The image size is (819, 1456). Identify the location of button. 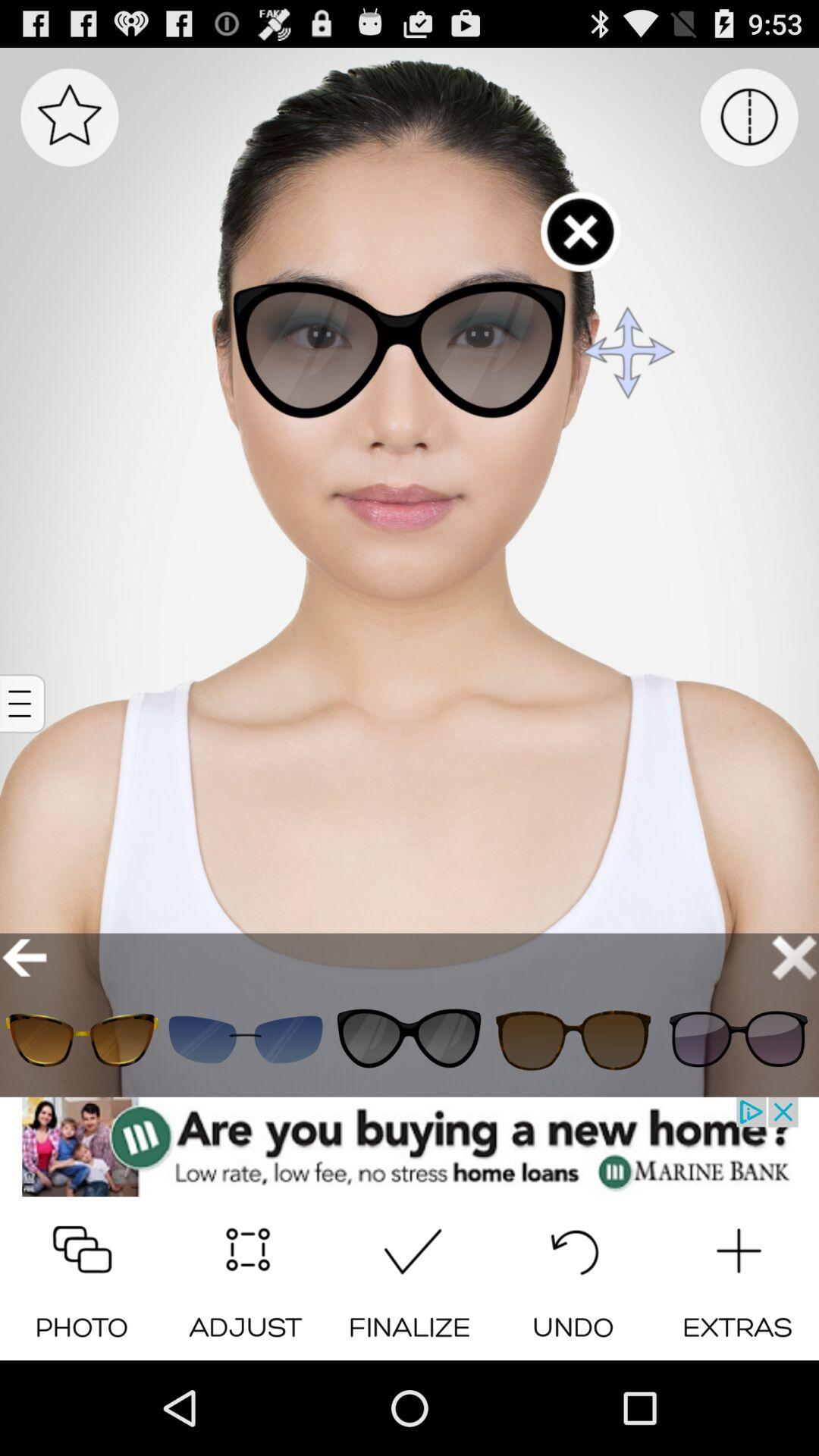
(793, 956).